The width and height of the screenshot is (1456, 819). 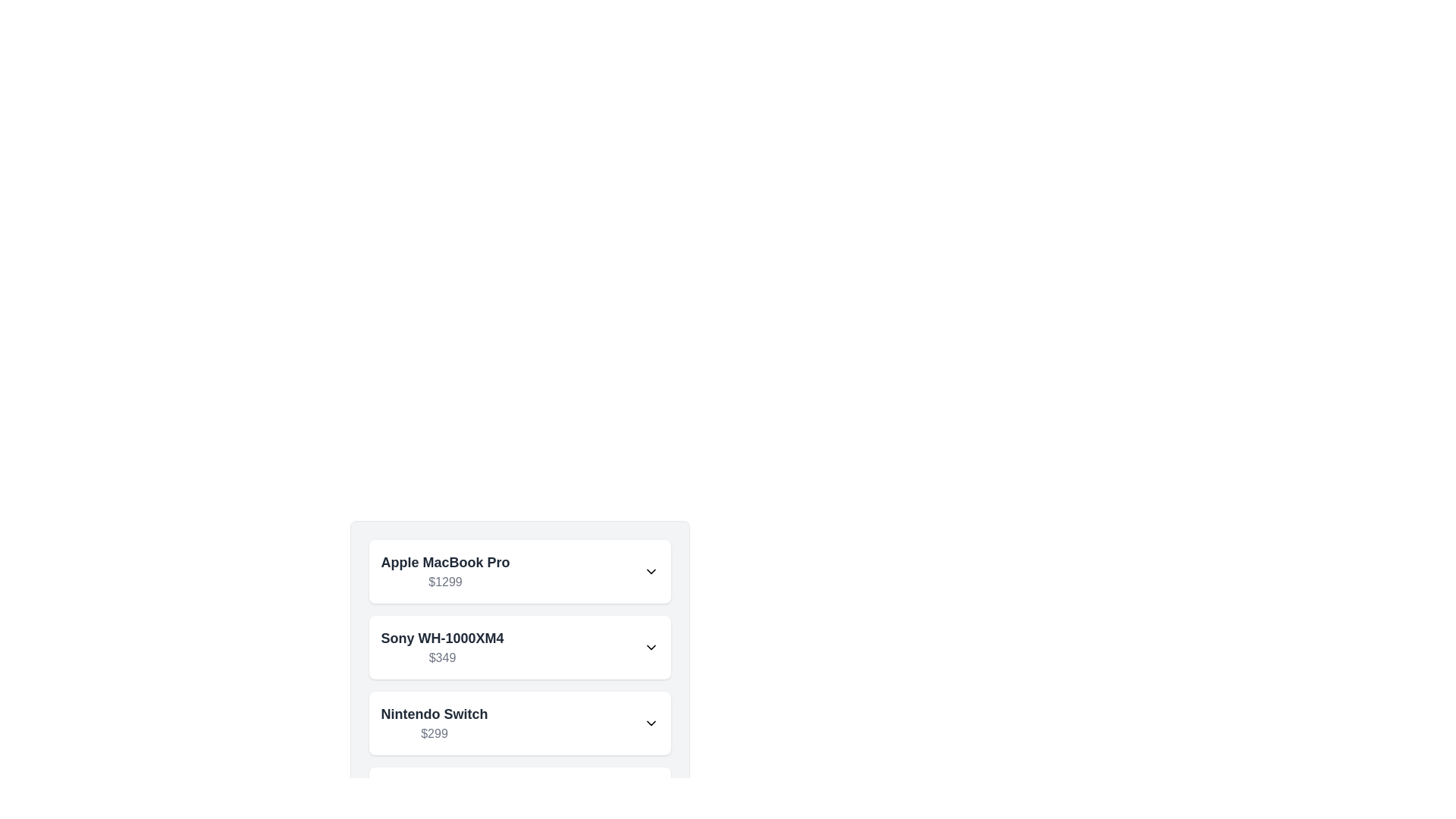 I want to click on the text display element showing the price '$1299' in grey font, located beneath 'Apple MacBook Pro', so click(x=444, y=581).